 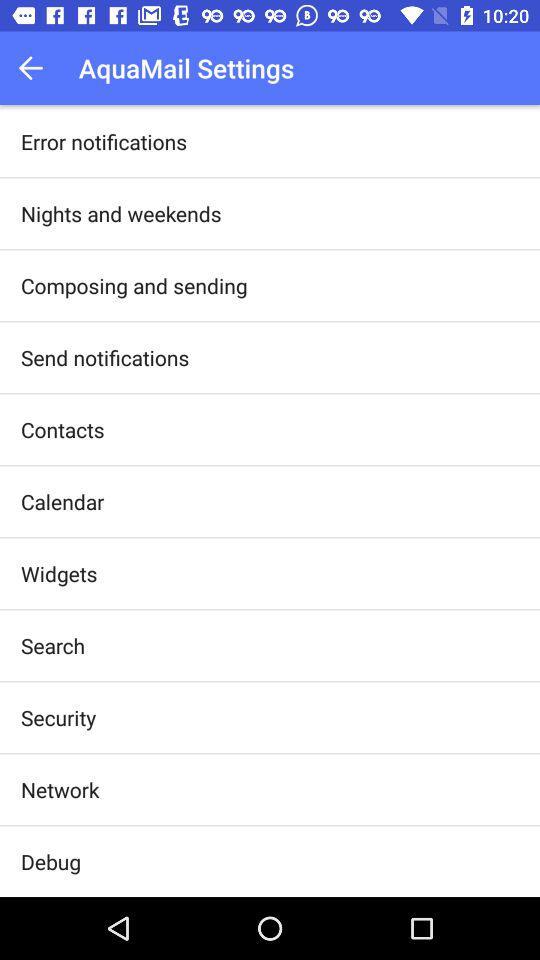 What do you see at coordinates (36, 68) in the screenshot?
I see `icon above error notifications icon` at bounding box center [36, 68].